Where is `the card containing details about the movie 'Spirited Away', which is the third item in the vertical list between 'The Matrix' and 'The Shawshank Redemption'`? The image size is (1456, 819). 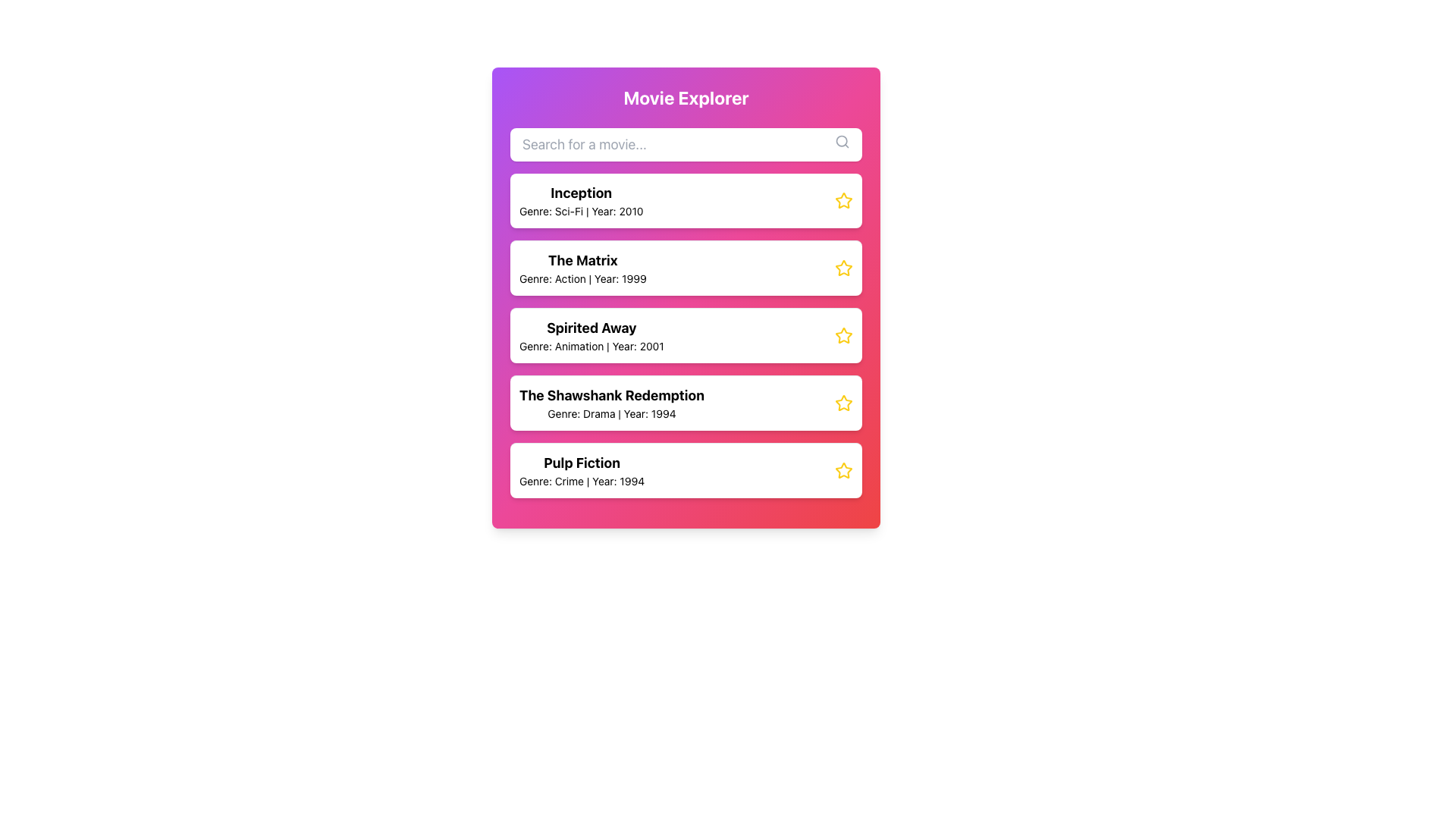 the card containing details about the movie 'Spirited Away', which is the third item in the vertical list between 'The Matrix' and 'The Shawshank Redemption' is located at coordinates (686, 334).